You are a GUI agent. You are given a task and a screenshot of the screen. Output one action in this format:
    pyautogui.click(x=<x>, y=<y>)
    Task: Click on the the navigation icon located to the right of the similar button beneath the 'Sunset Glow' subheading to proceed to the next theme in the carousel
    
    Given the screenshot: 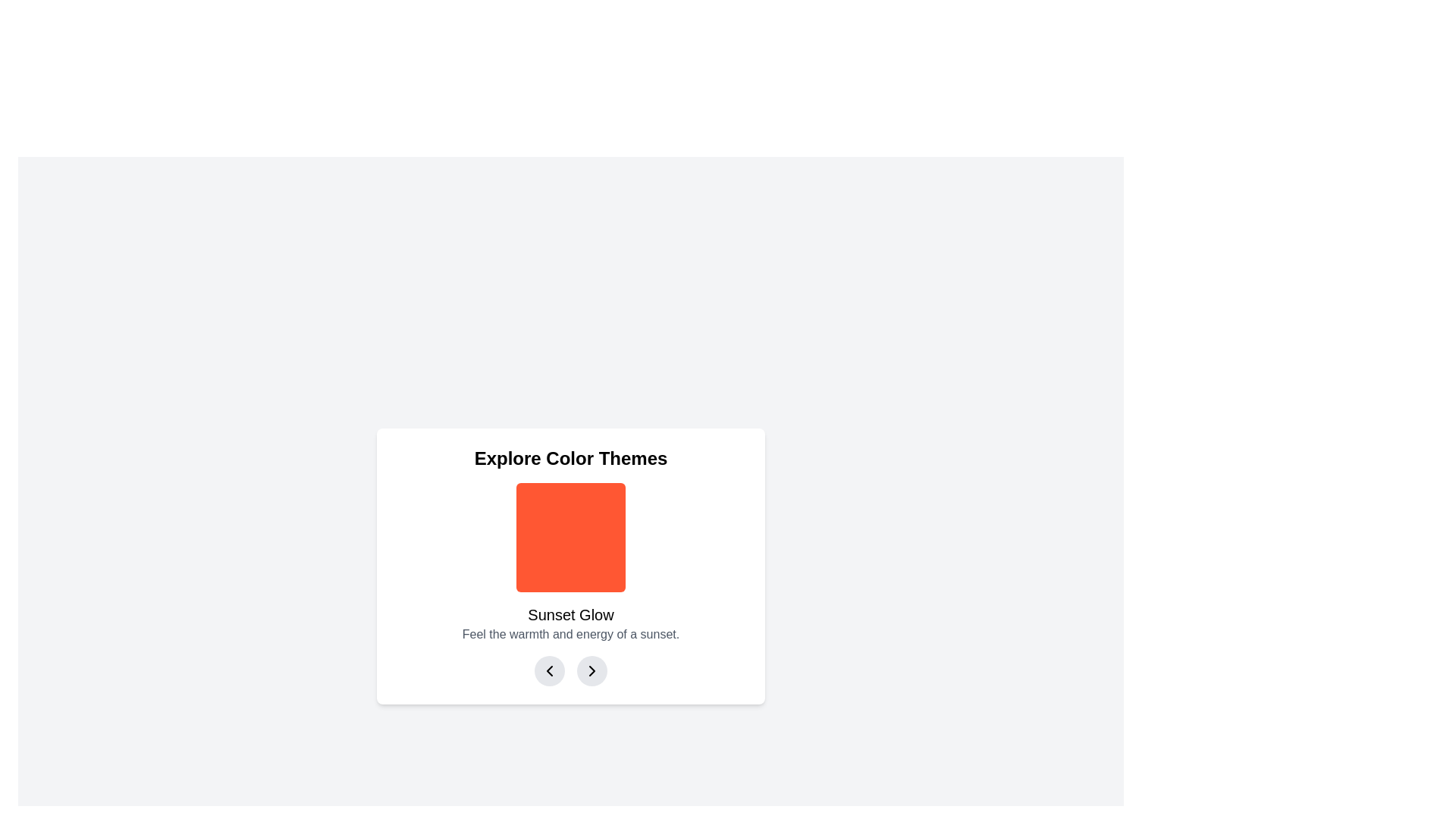 What is the action you would take?
    pyautogui.click(x=591, y=670)
    